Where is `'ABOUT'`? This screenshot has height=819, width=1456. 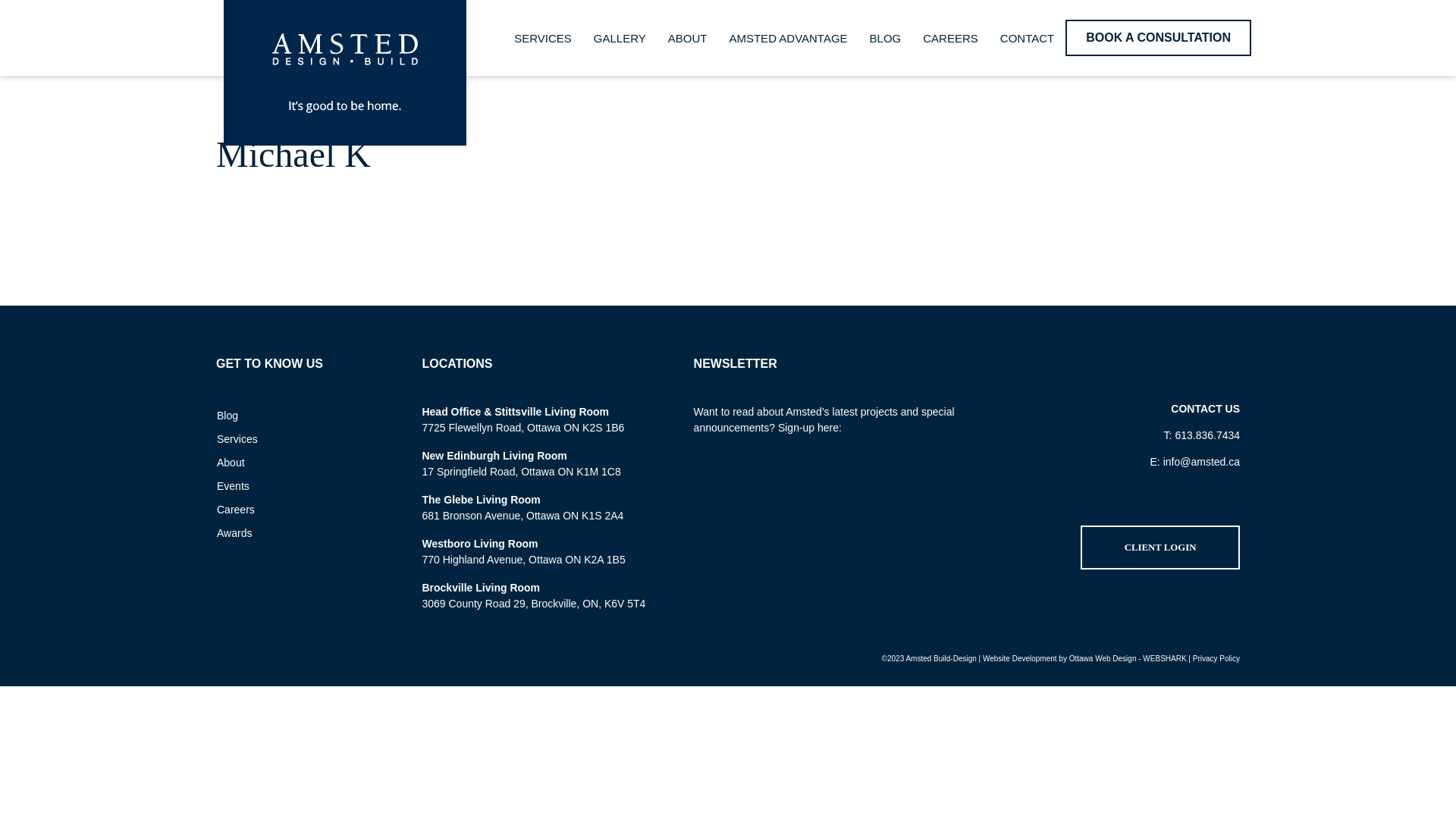
'ABOUT' is located at coordinates (687, 36).